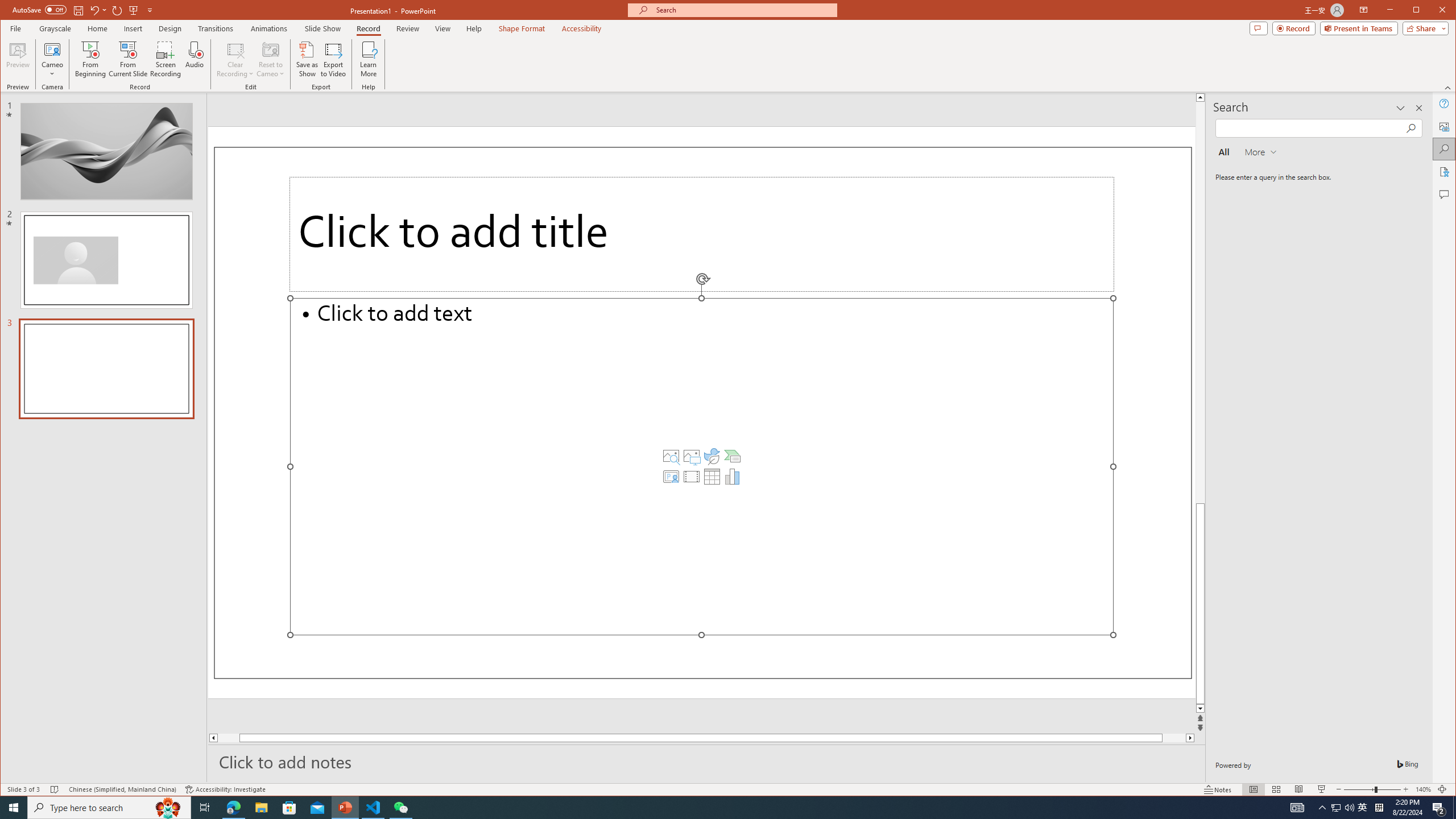 The image size is (1456, 819). I want to click on 'Close pane', so click(1418, 107).